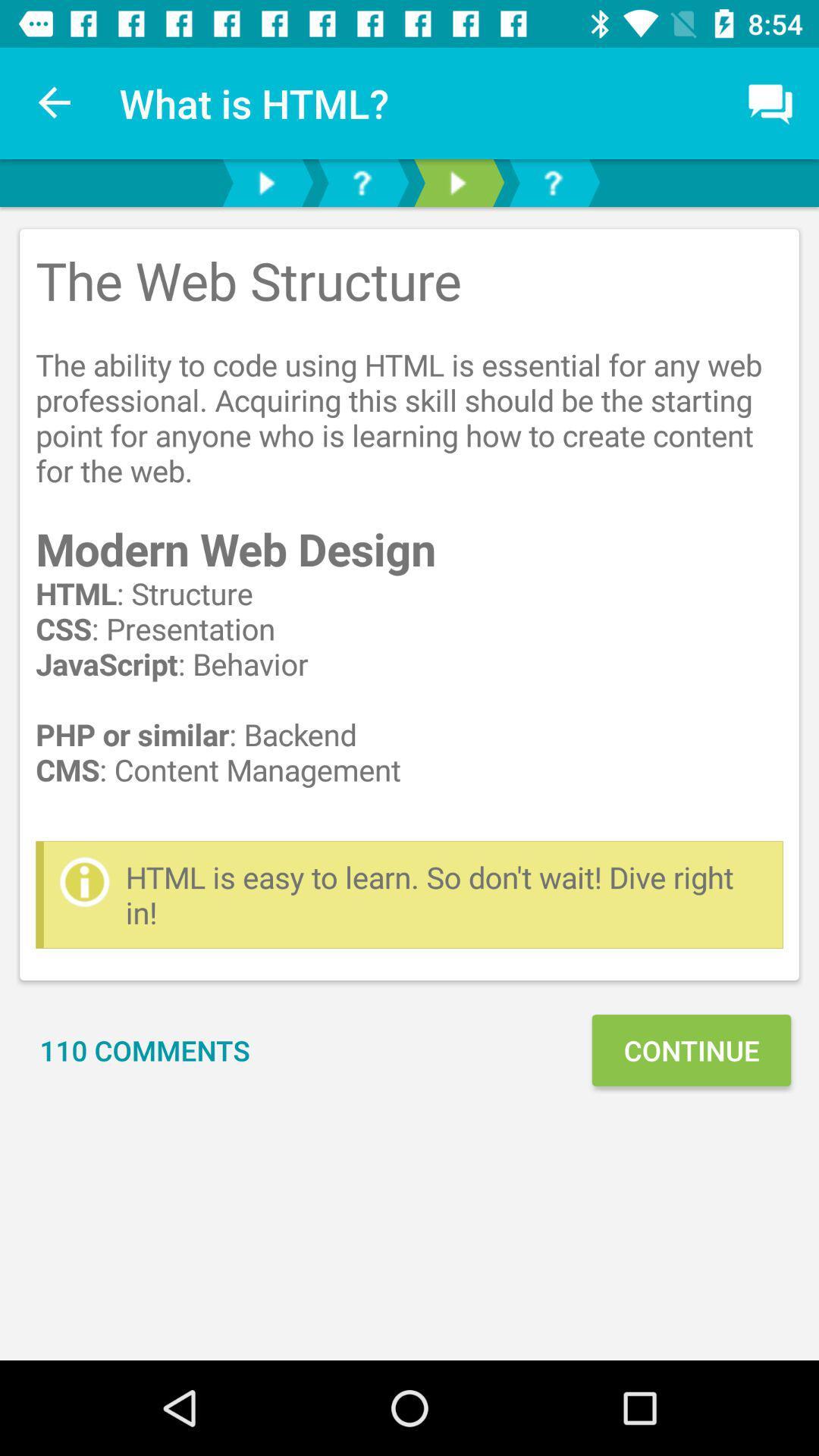 The height and width of the screenshot is (1456, 819). Describe the element at coordinates (409, 535) in the screenshot. I see `the web structure item` at that location.